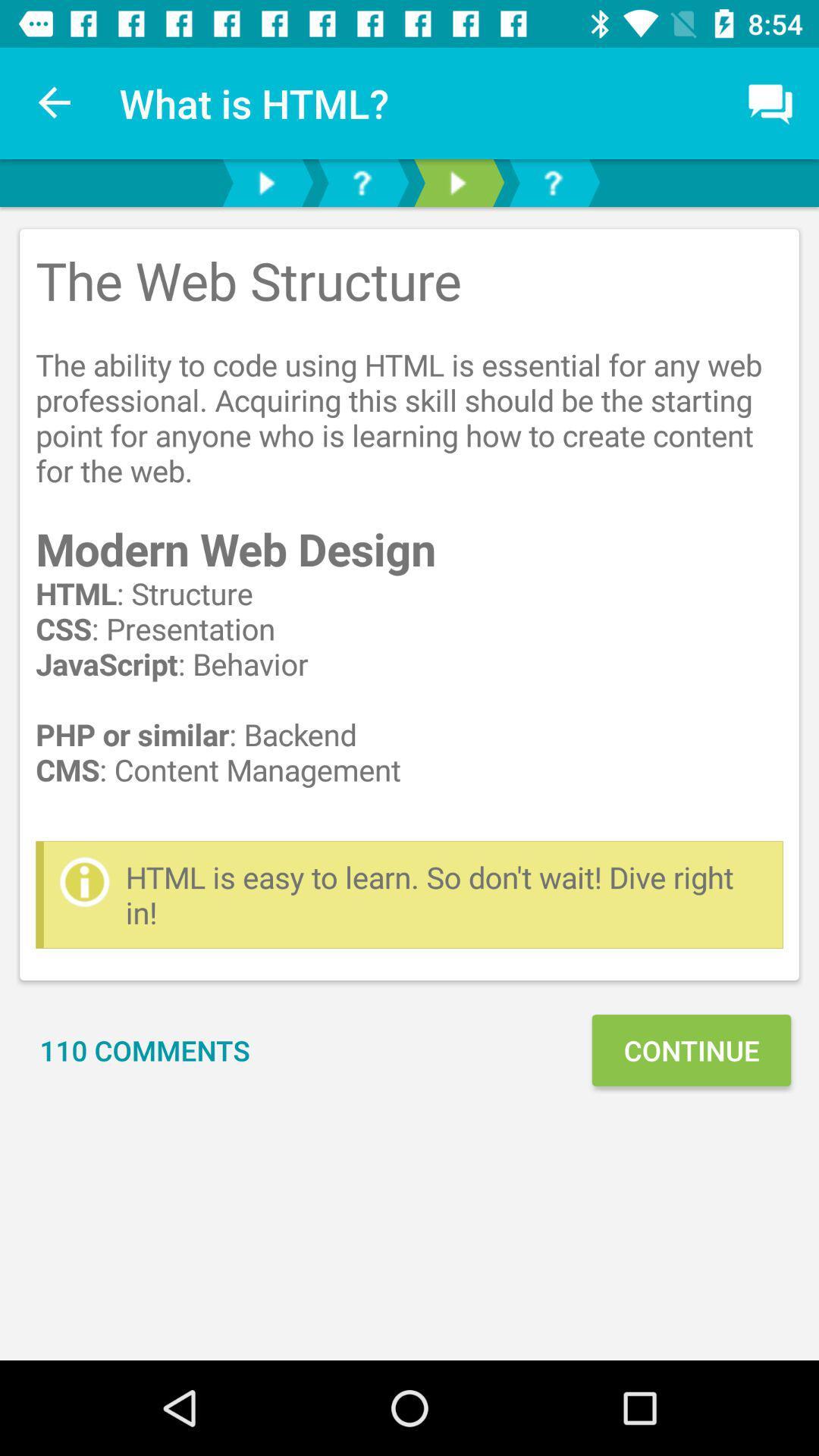 The height and width of the screenshot is (1456, 819). Describe the element at coordinates (409, 535) in the screenshot. I see `the web structure item` at that location.